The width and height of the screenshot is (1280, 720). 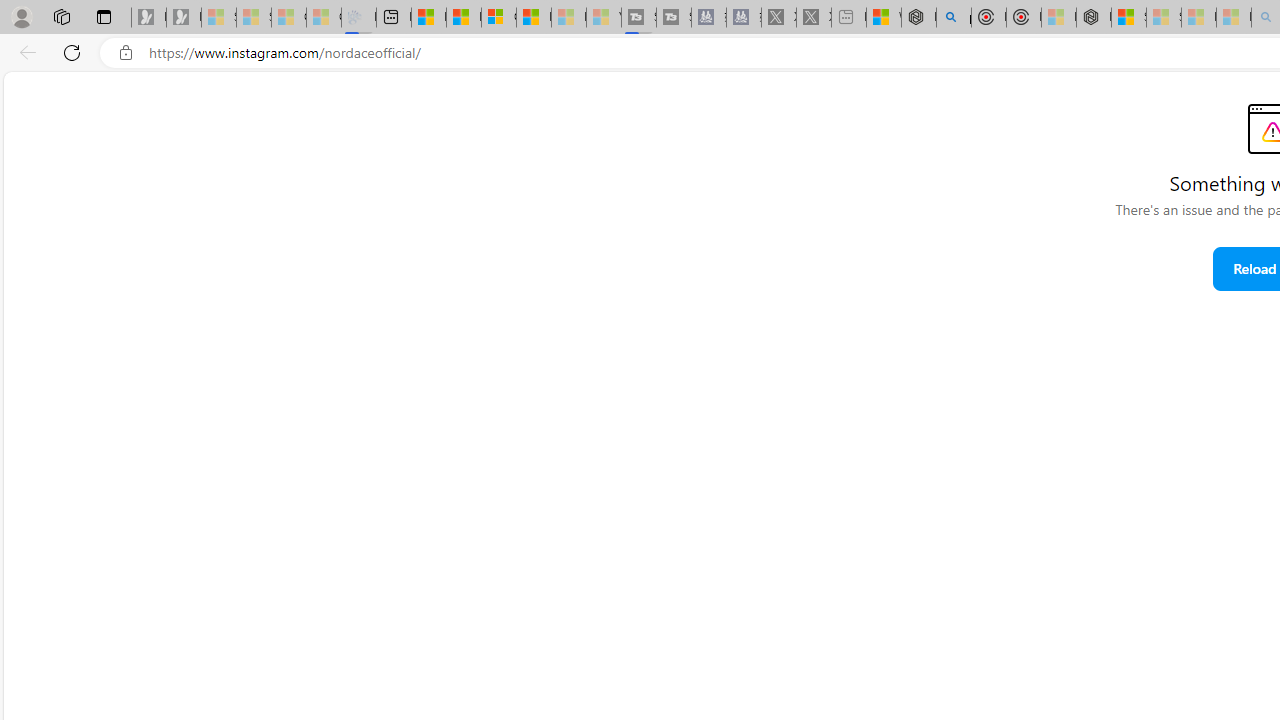 What do you see at coordinates (953, 17) in the screenshot?
I see `'poe - Search'` at bounding box center [953, 17].